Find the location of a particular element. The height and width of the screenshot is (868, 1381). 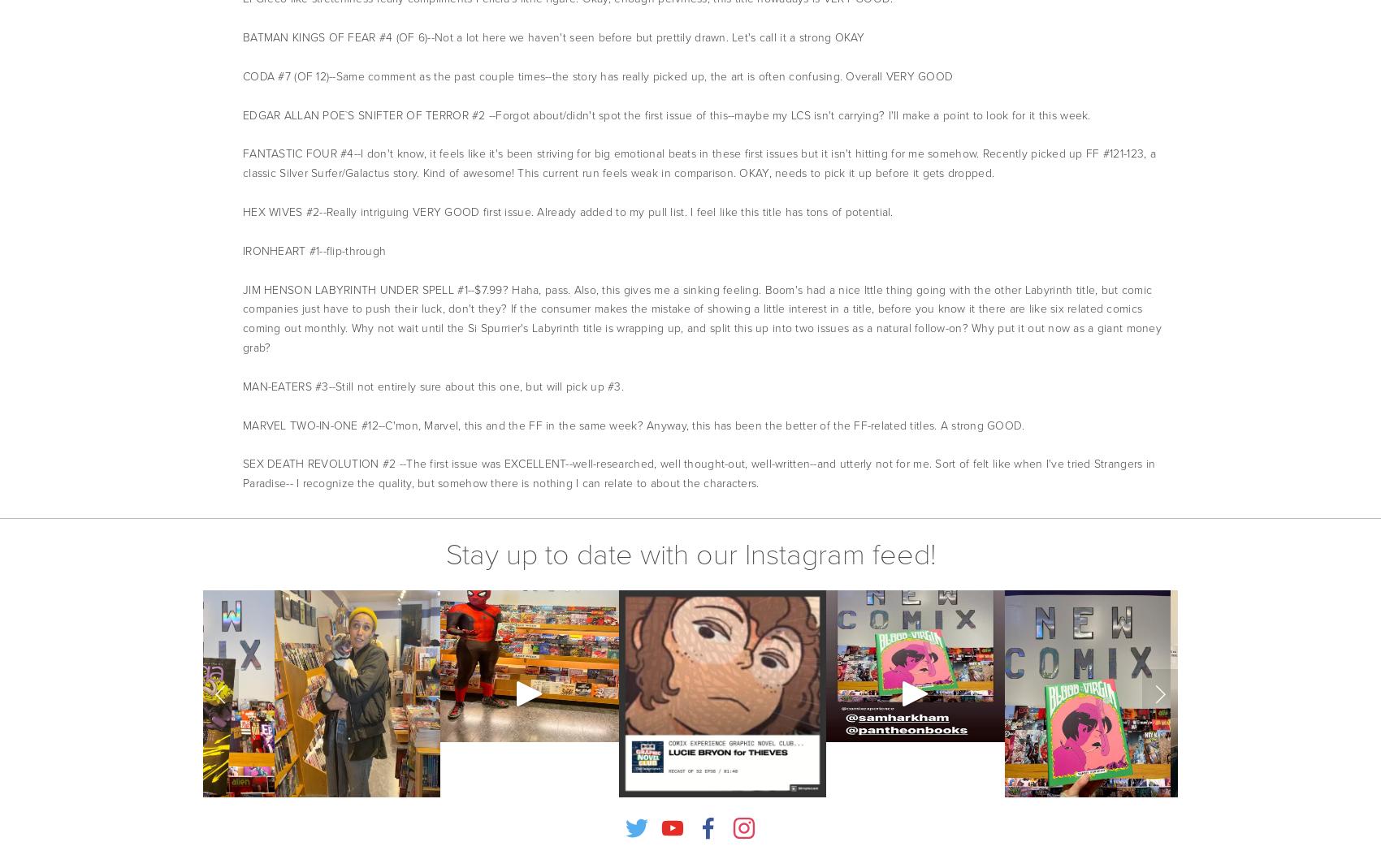

'MAN-EATERS #3--Still not entirely sure about this one, but will pick up #3.' is located at coordinates (432, 385).